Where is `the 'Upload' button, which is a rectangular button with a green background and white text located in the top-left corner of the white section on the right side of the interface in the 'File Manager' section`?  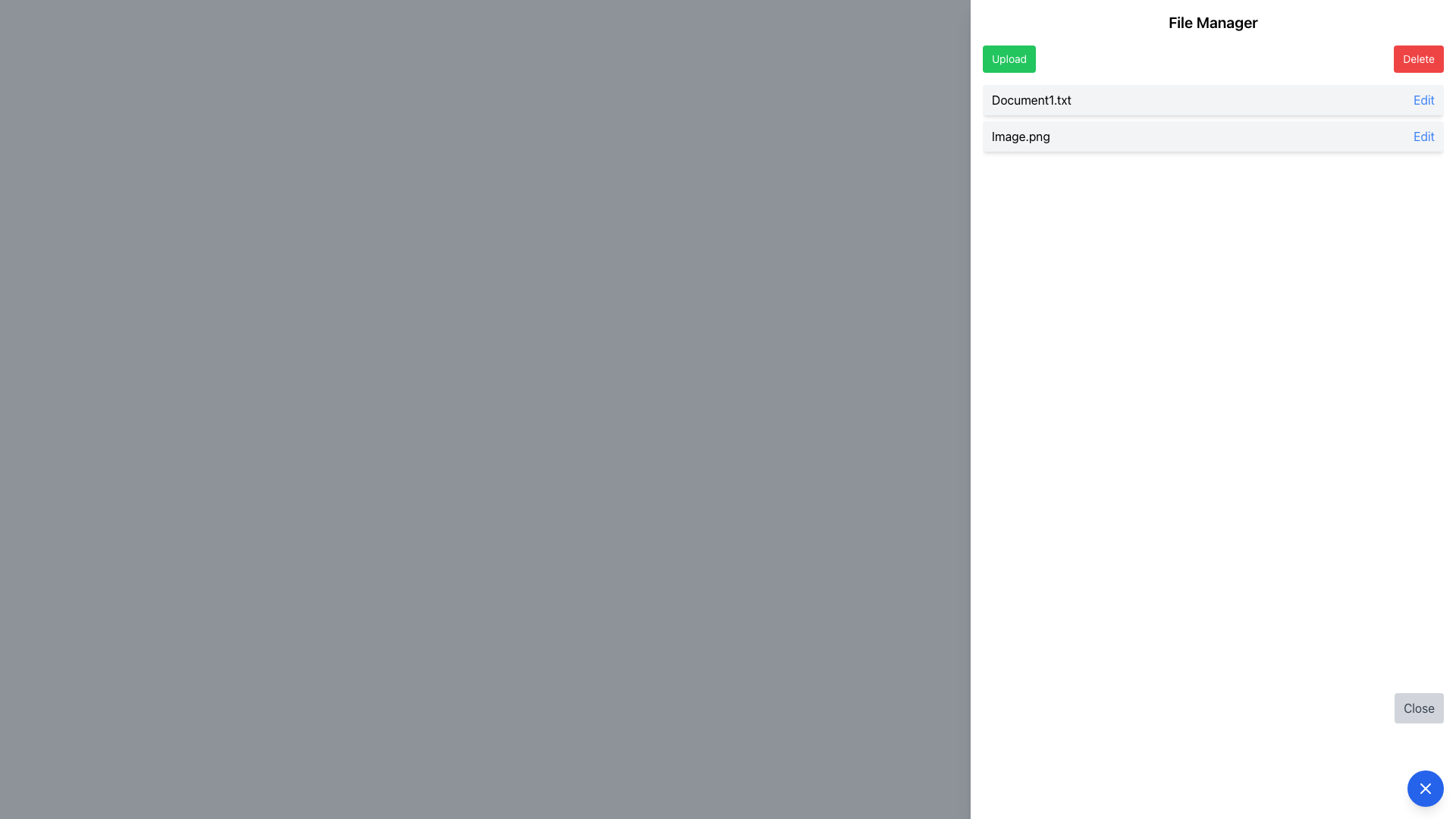
the 'Upload' button, which is a rectangular button with a green background and white text located in the top-left corner of the white section on the right side of the interface in the 'File Manager' section is located at coordinates (1009, 58).